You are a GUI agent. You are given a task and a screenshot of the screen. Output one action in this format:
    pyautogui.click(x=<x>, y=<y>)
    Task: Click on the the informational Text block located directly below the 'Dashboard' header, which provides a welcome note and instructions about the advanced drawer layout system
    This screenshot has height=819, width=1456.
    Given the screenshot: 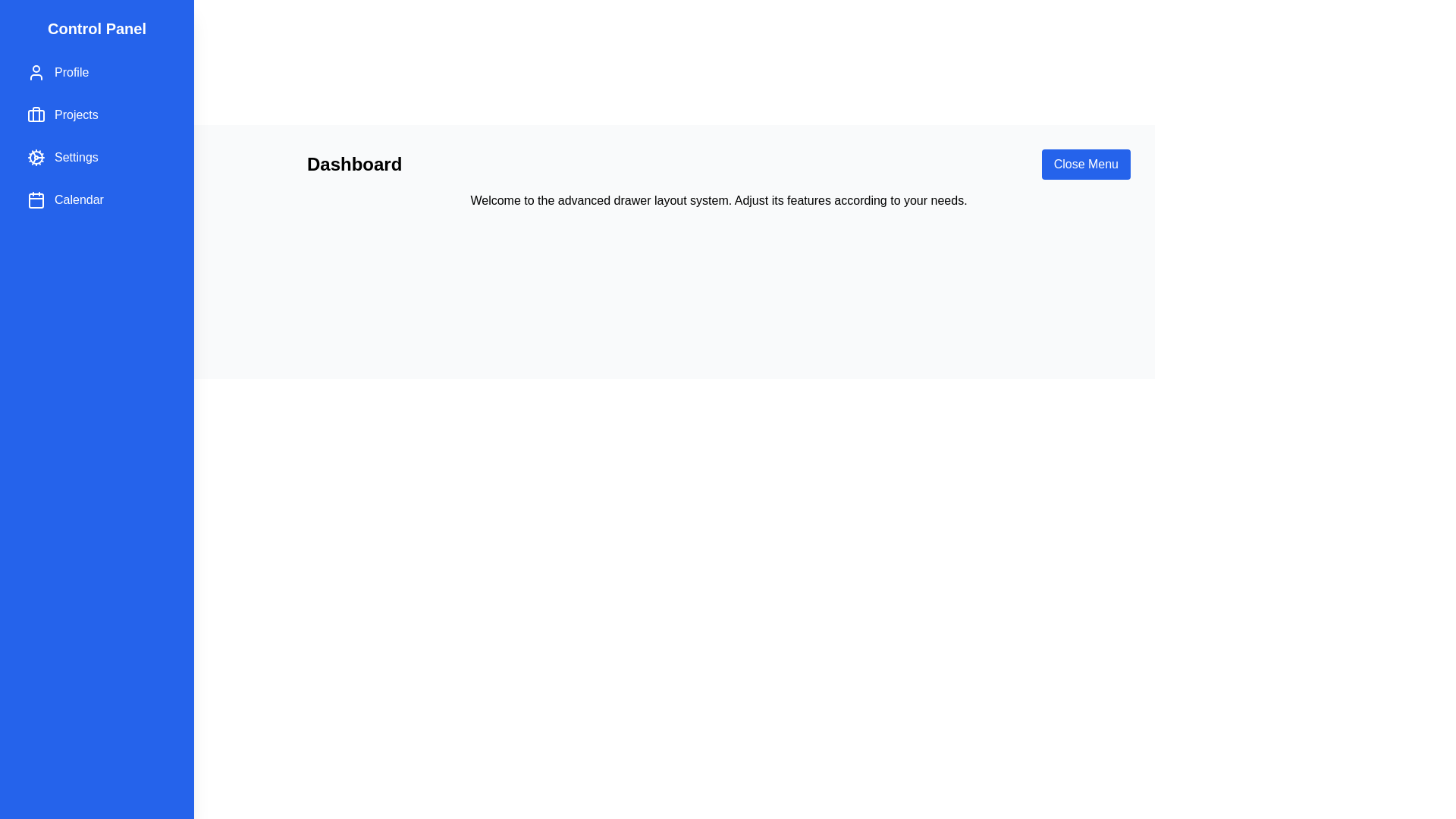 What is the action you would take?
    pyautogui.click(x=718, y=200)
    